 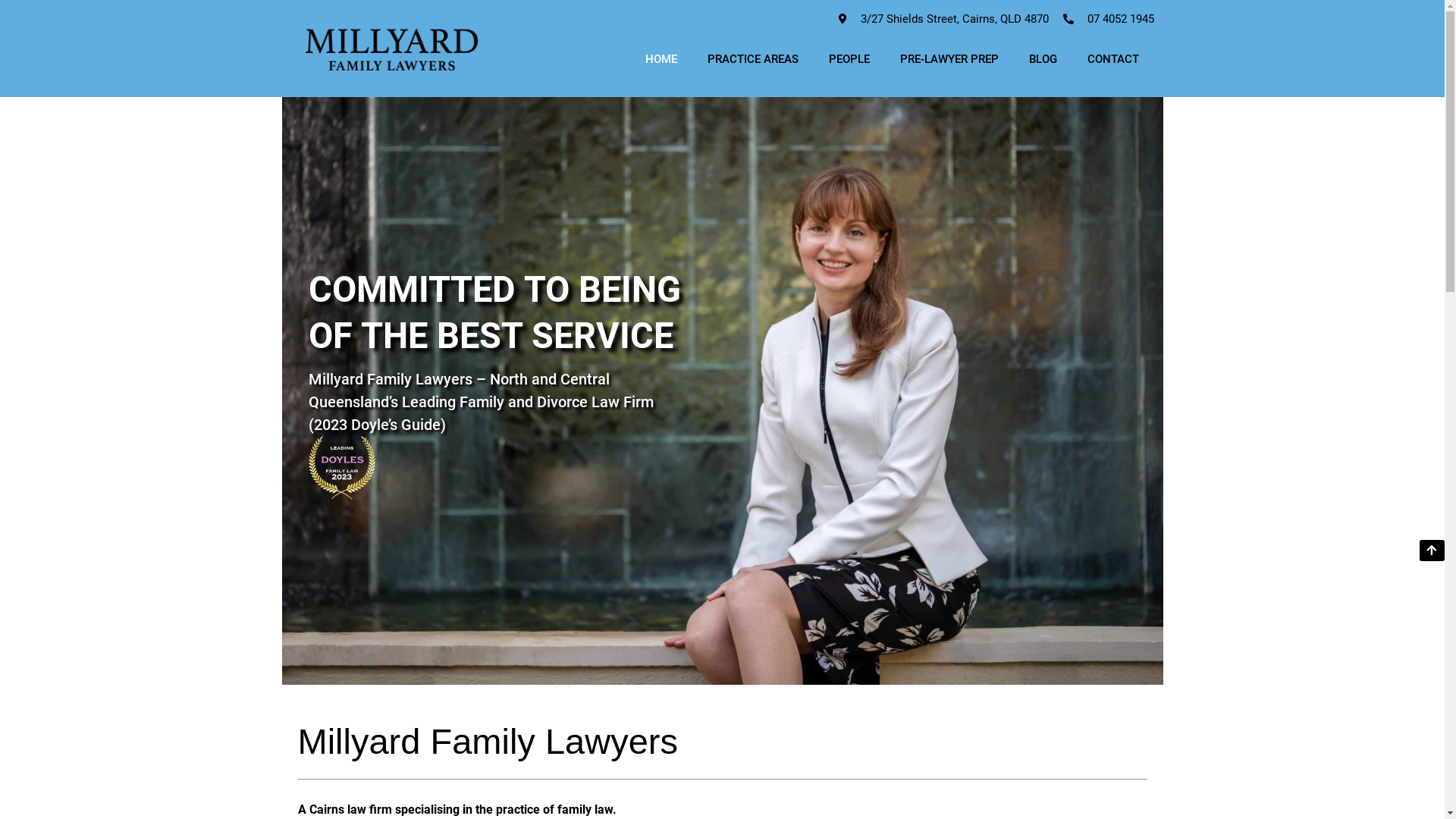 I want to click on 'CONTACT', so click(x=1113, y=58).